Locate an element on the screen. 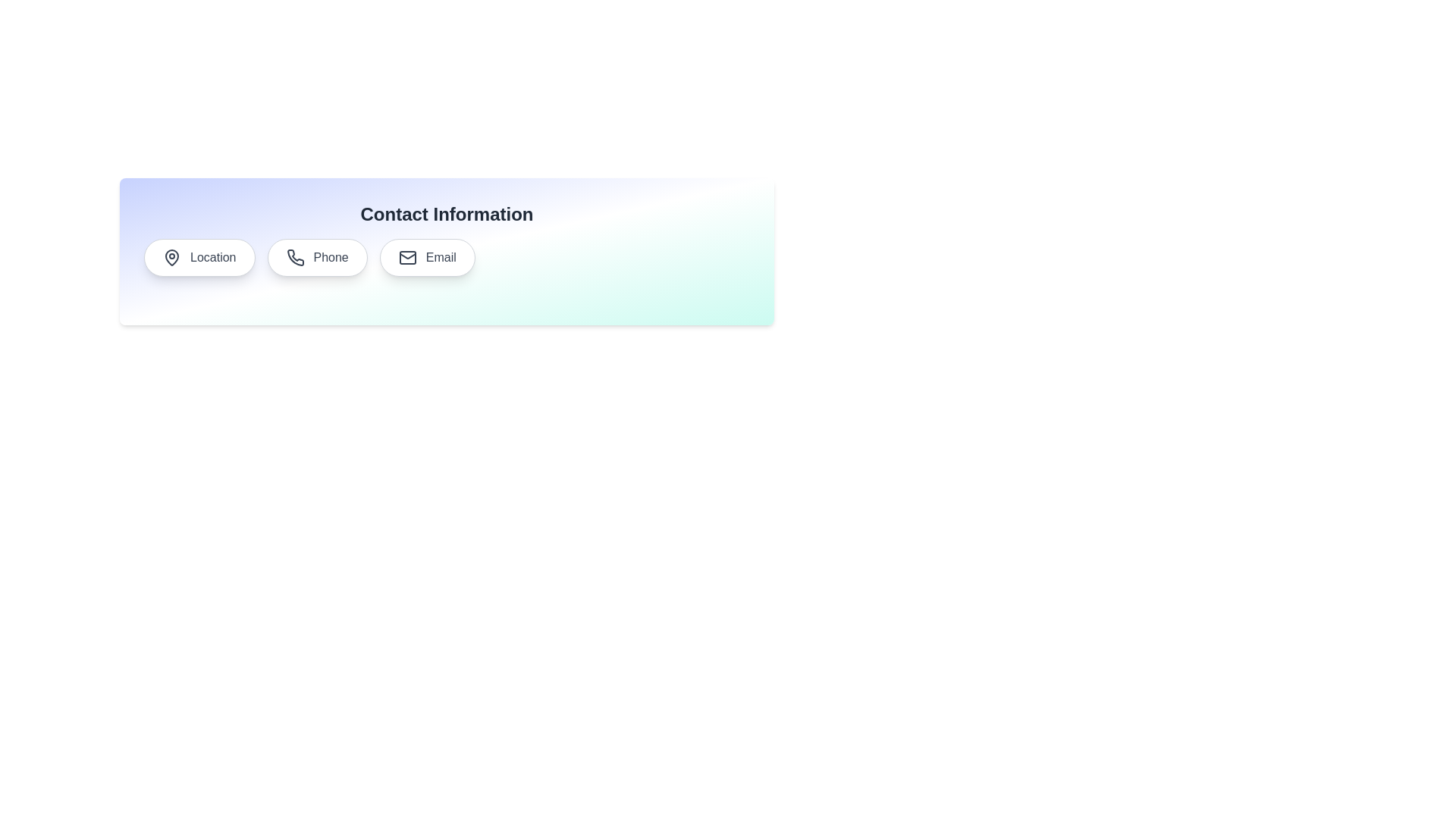 The height and width of the screenshot is (819, 1456). the Email chip to display its contact information is located at coordinates (427, 256).